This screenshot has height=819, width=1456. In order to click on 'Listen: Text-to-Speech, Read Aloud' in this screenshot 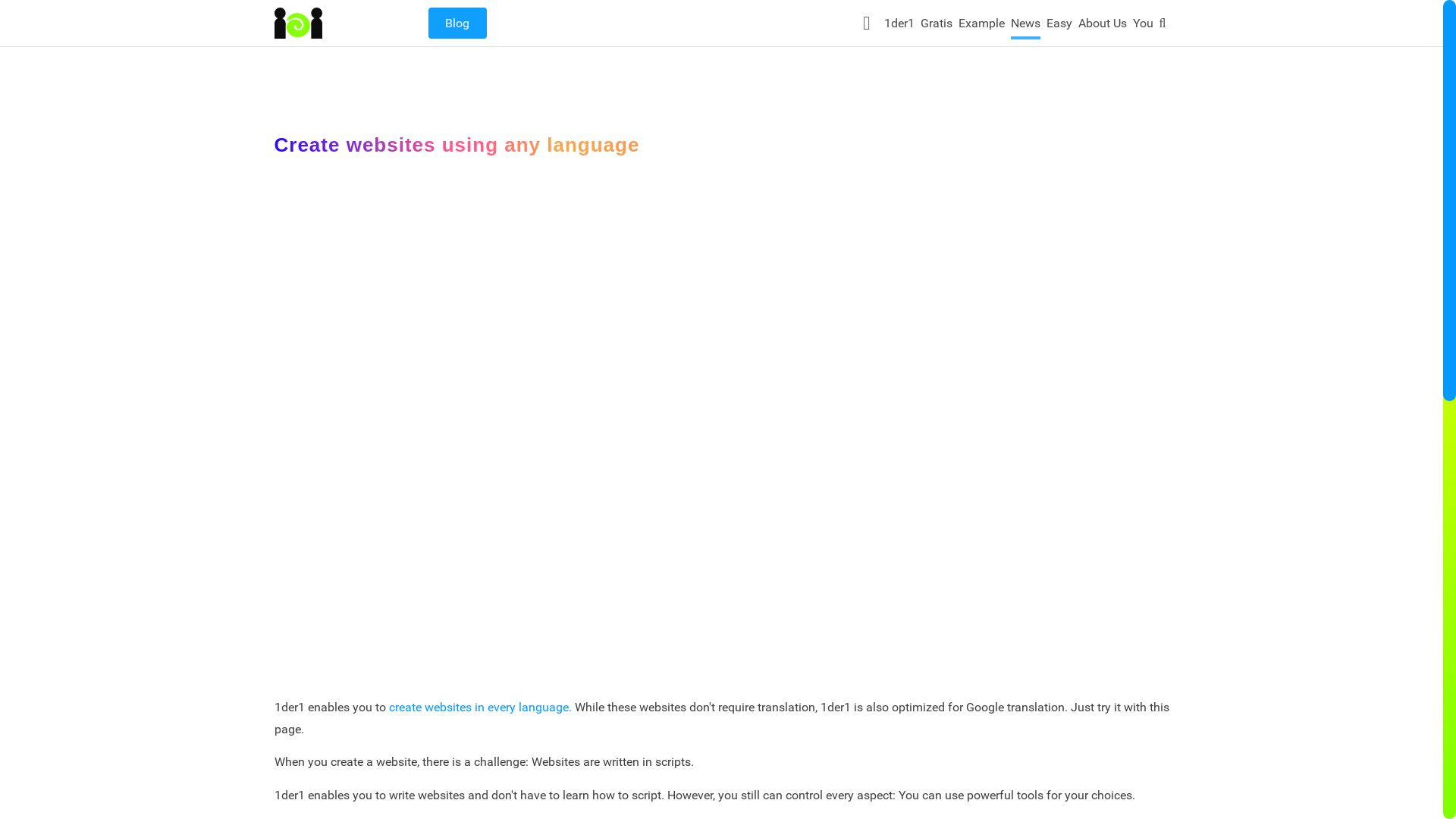, I will do `click(868, 22)`.